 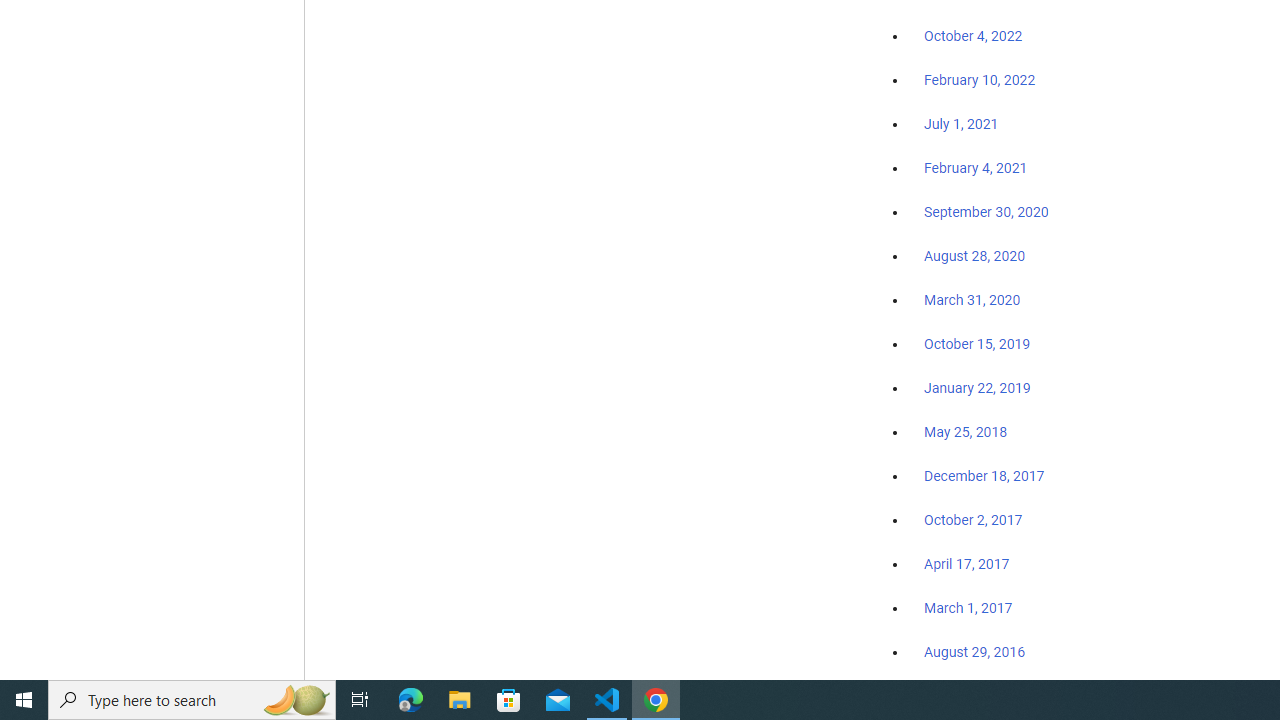 I want to click on 'February 4, 2021', so click(x=976, y=167).